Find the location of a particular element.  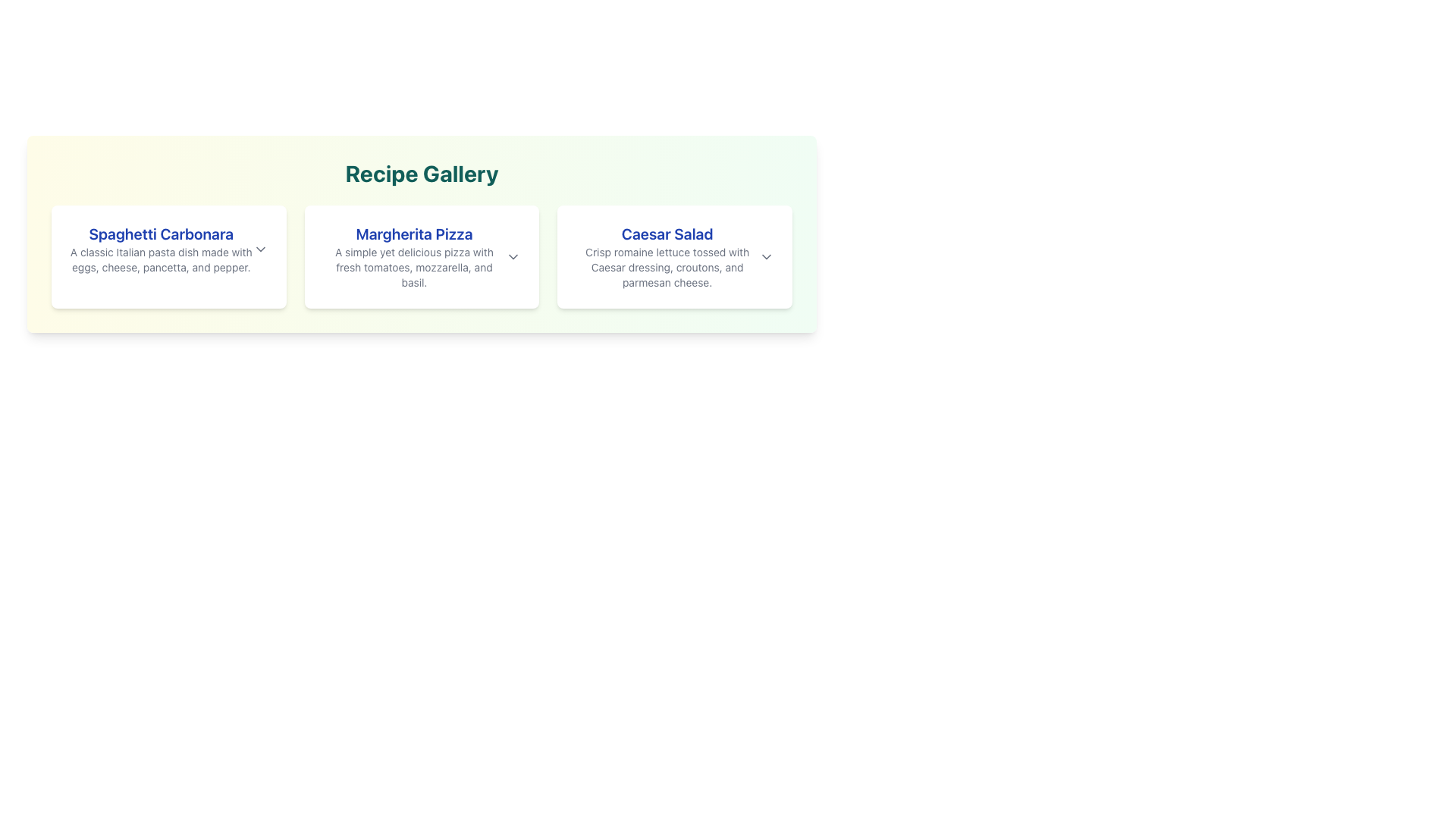

the downward-pointing chevron icon located at the top-right corner of the Spaghetti Carbonara card is located at coordinates (260, 248).